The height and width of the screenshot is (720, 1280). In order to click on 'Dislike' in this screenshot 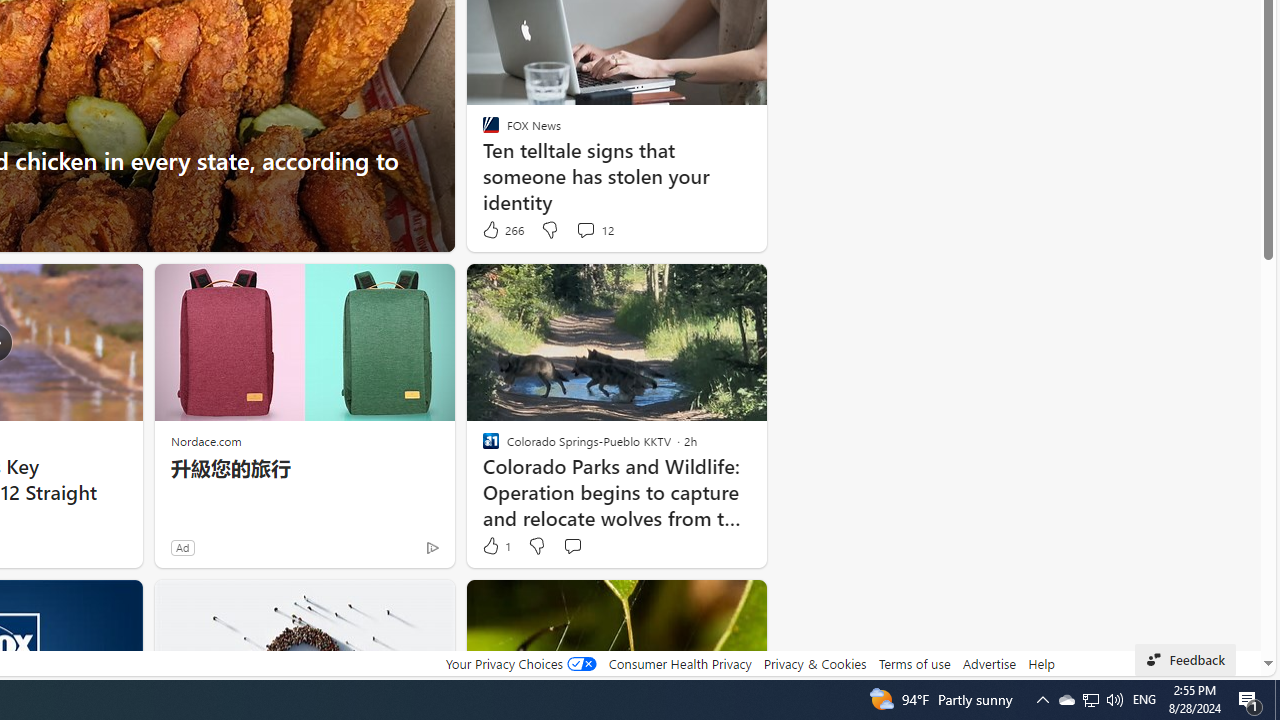, I will do `click(536, 546)`.